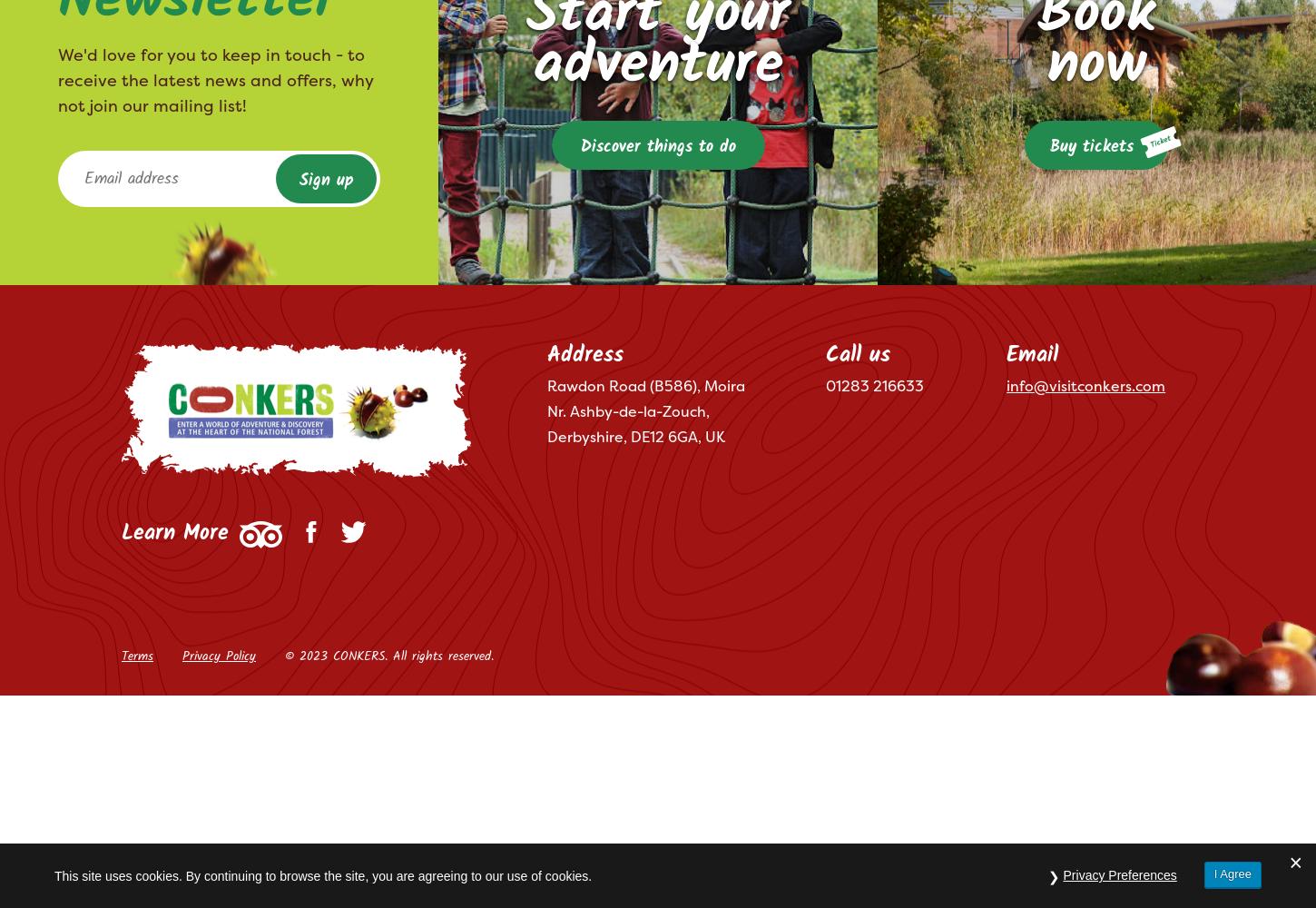 The height and width of the screenshot is (908, 1316). I want to click on '01283 216633', so click(824, 386).